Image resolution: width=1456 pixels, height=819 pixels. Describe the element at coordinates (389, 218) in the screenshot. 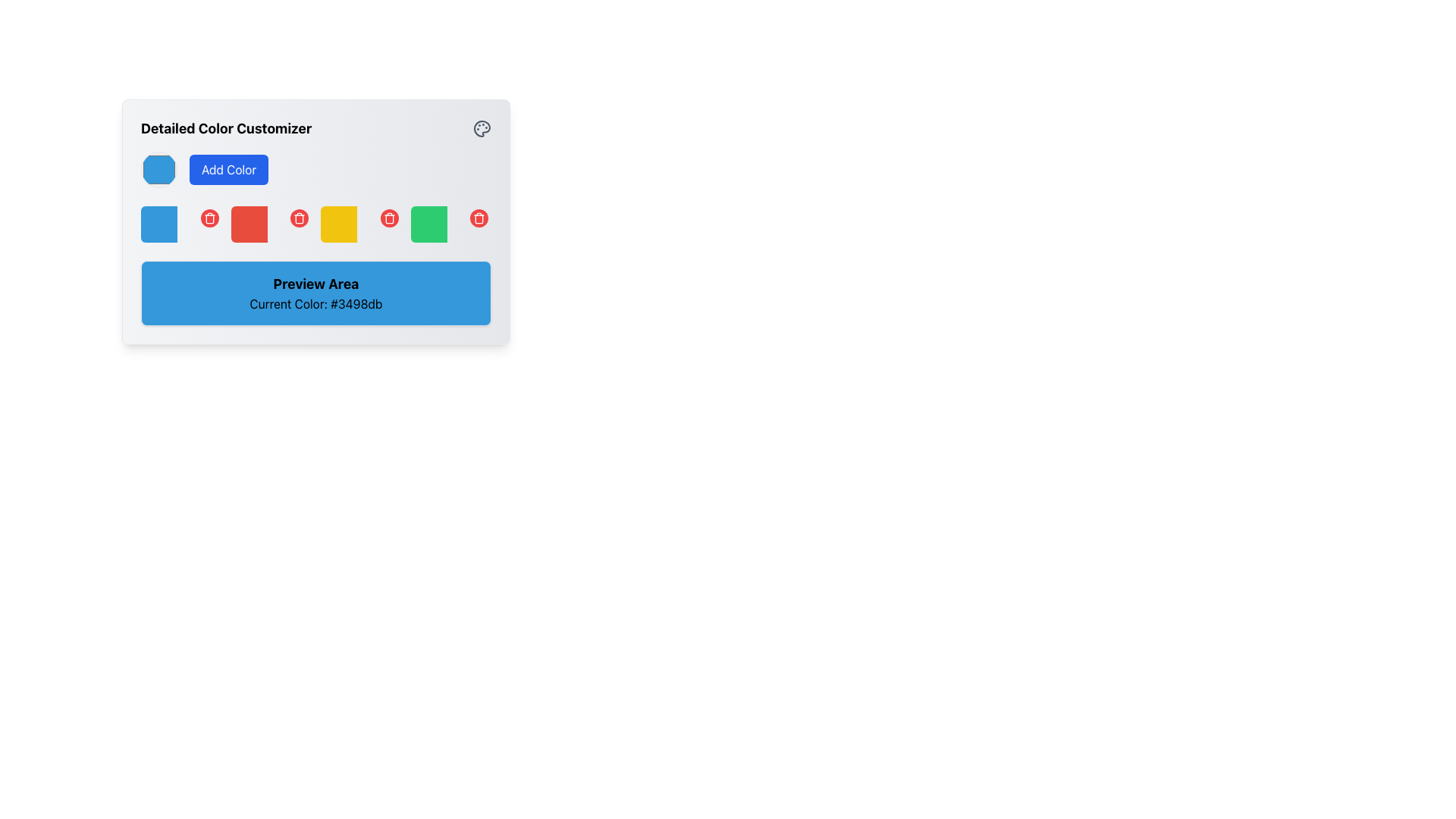

I see `the red trash bin icon button located to the right of the yellow square color swatch` at that location.